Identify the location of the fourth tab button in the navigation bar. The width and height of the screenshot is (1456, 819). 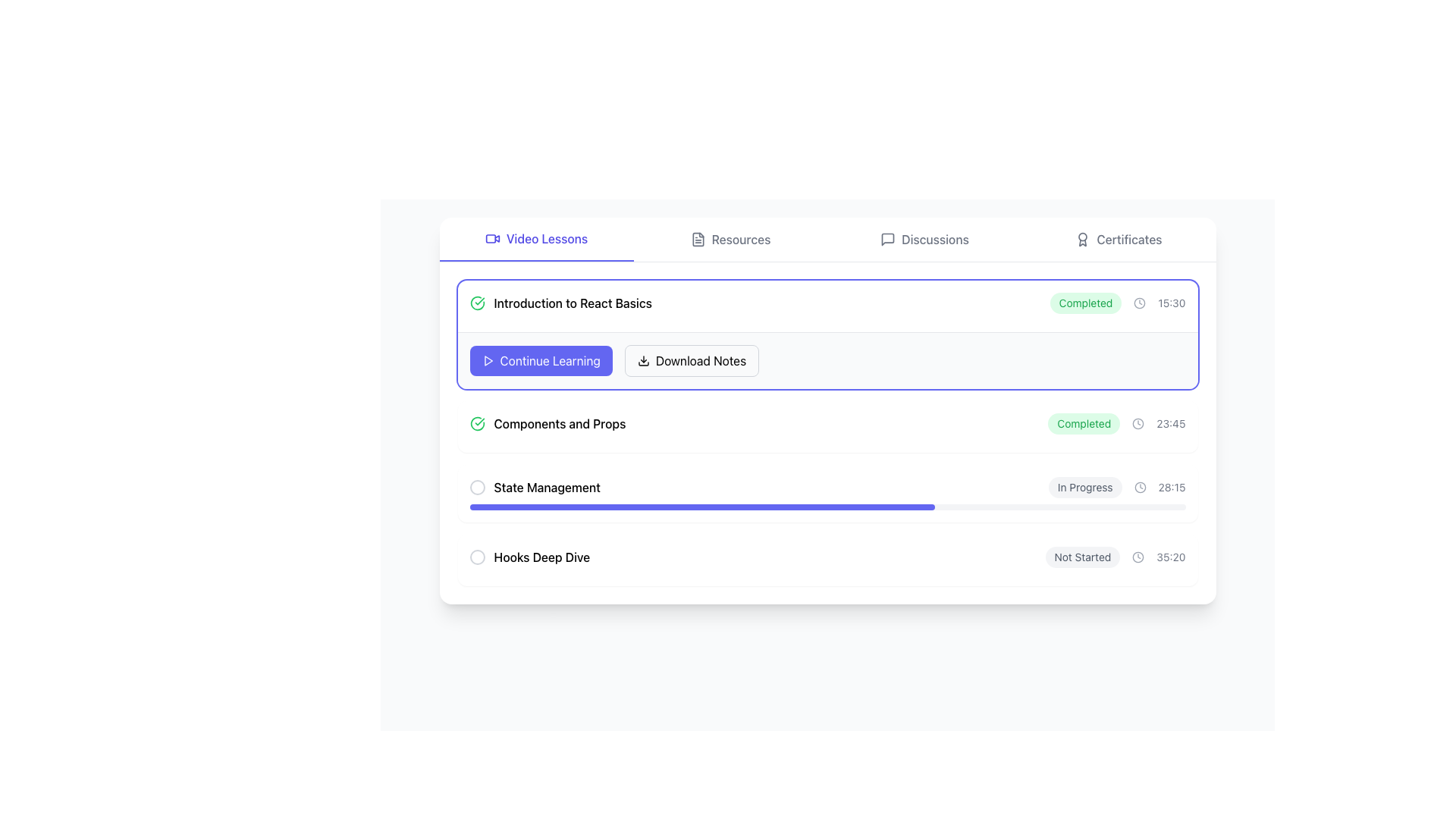
(1119, 239).